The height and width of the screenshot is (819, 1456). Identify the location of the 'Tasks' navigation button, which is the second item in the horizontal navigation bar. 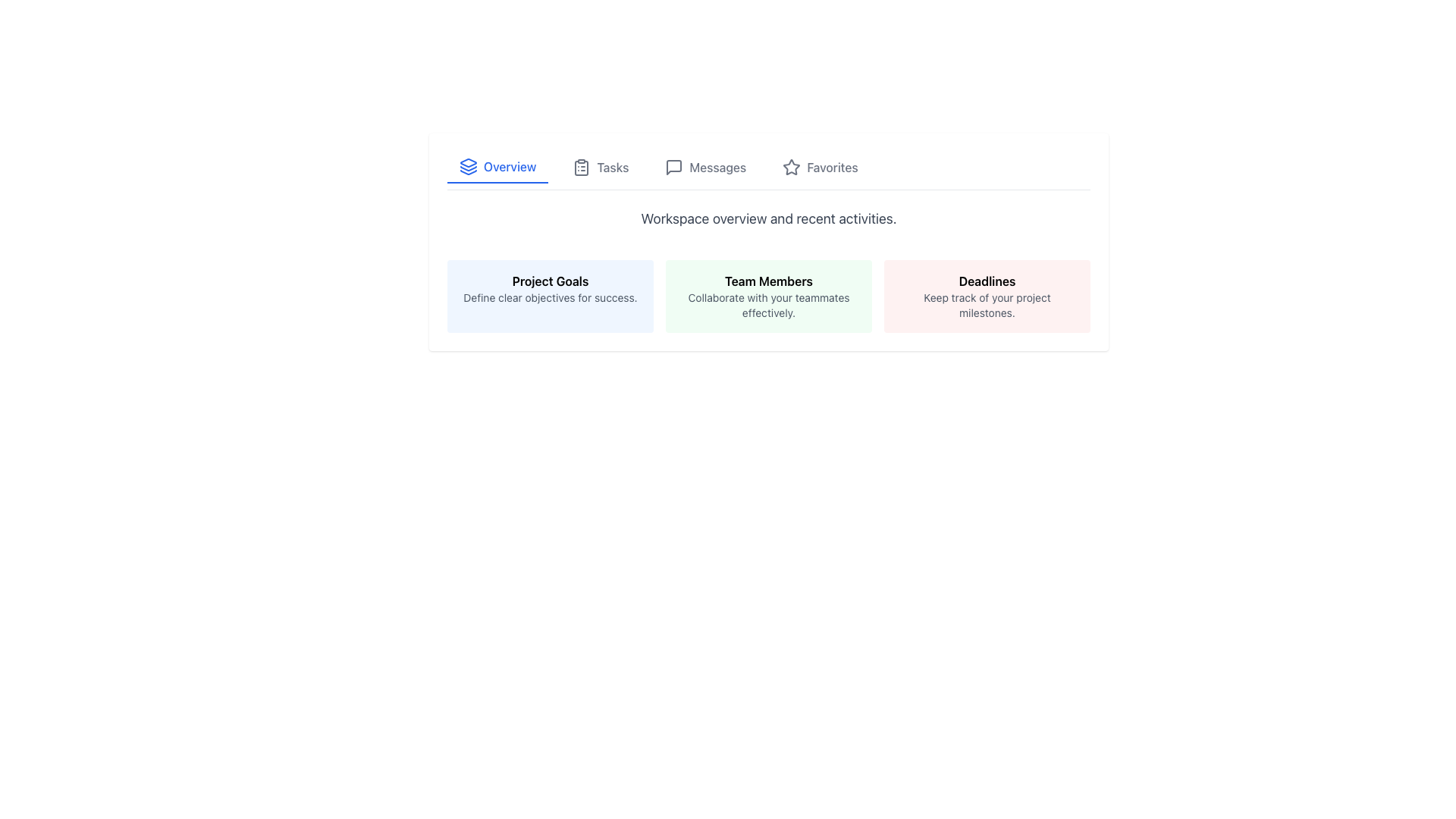
(600, 167).